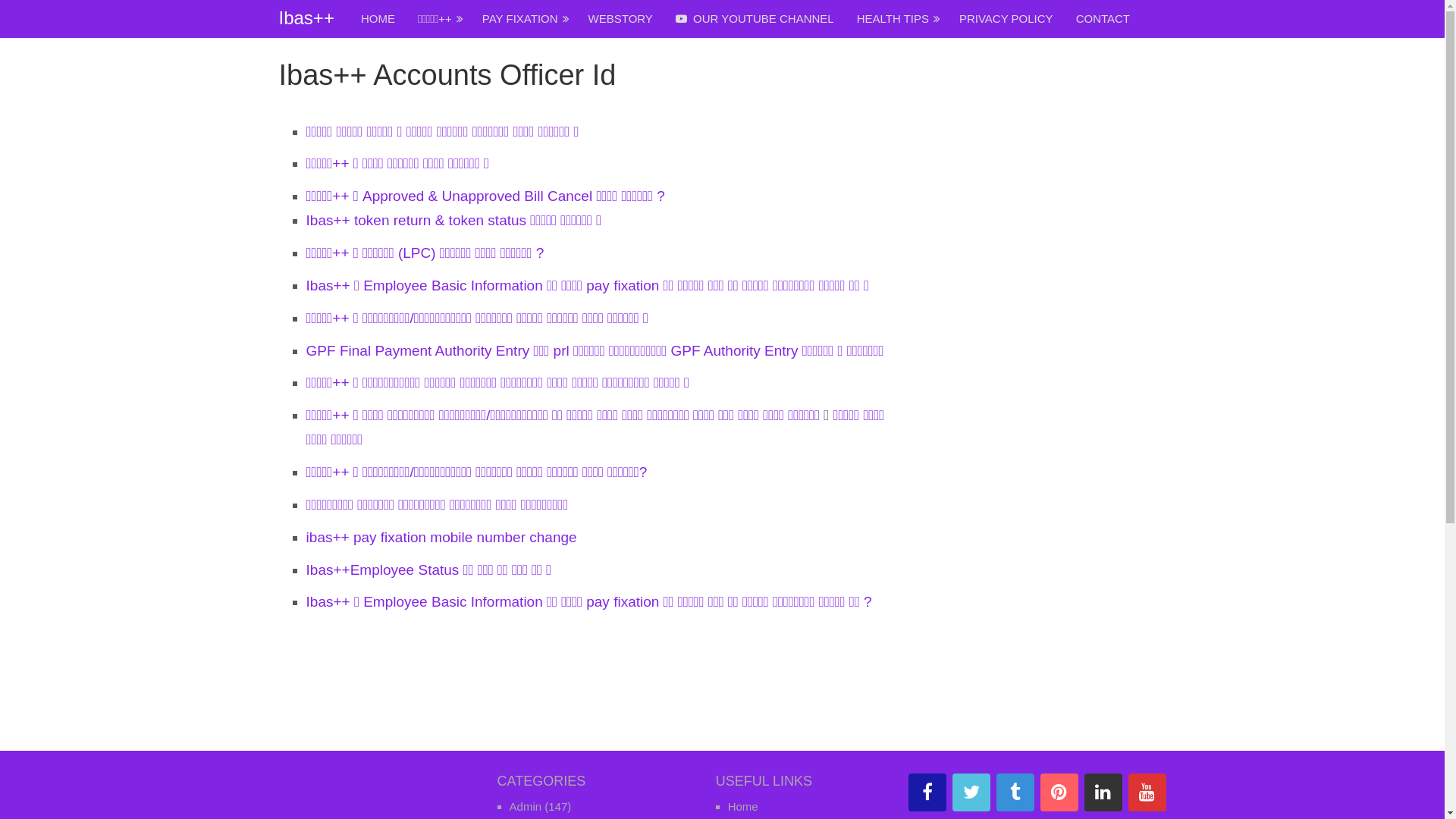  Describe the element at coordinates (441, 536) in the screenshot. I see `'ibas++ pay fixation mobile number change'` at that location.